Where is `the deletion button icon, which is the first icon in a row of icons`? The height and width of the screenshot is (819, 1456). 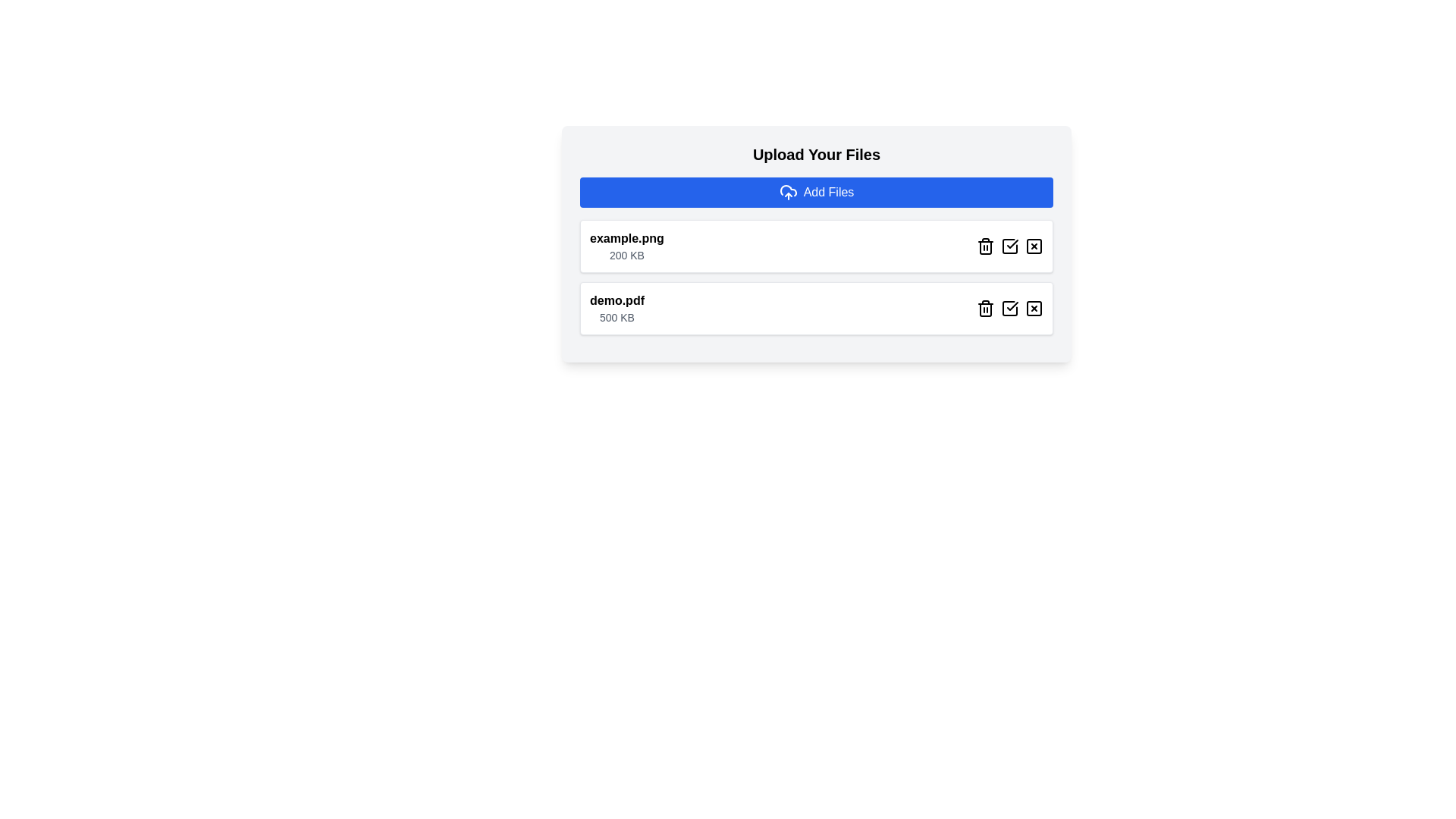 the deletion button icon, which is the first icon in a row of icons is located at coordinates (986, 308).